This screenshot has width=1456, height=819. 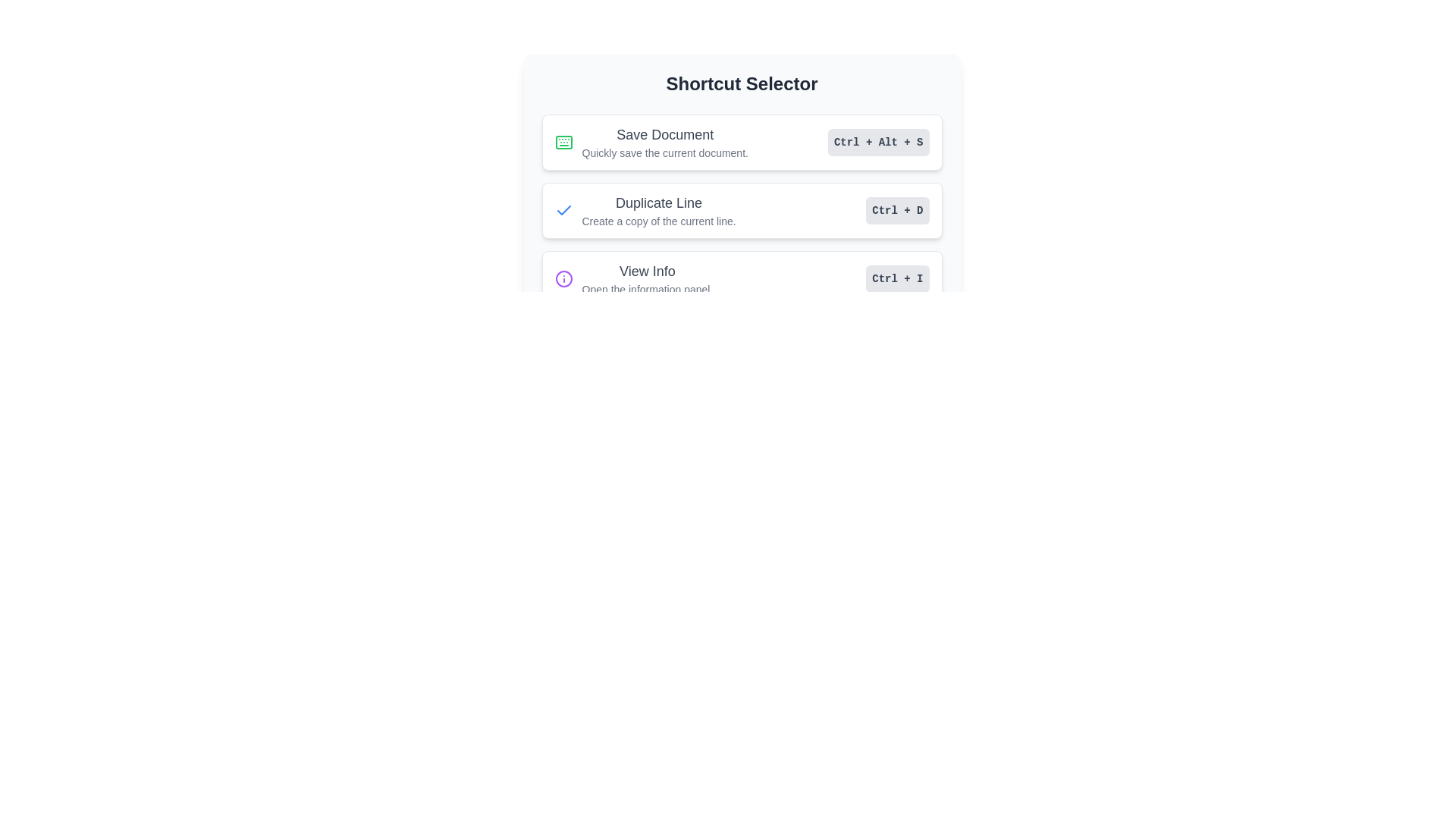 What do you see at coordinates (647, 278) in the screenshot?
I see `the 'View Info' text label in the 'Shortcut Selector' panel` at bounding box center [647, 278].